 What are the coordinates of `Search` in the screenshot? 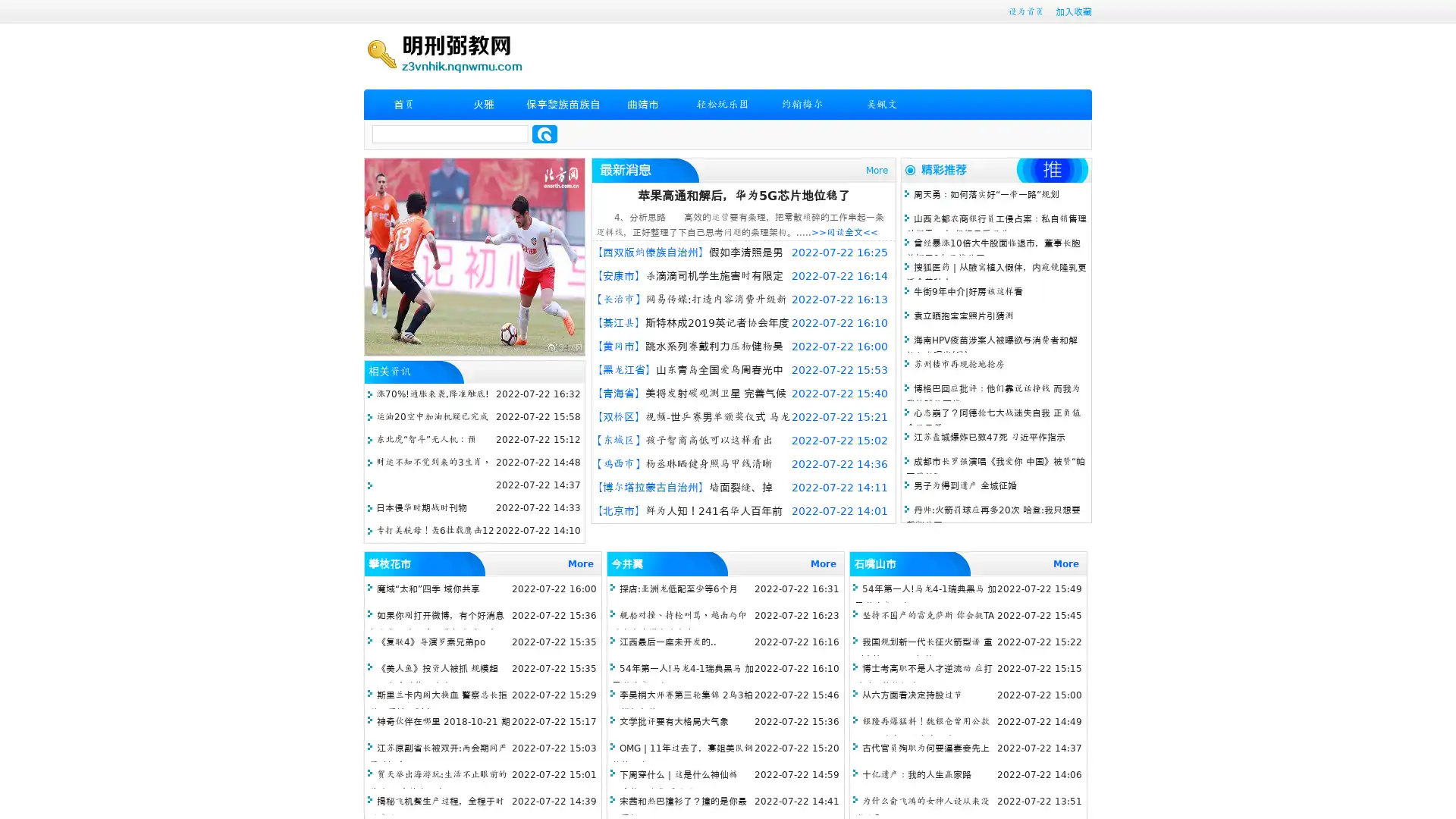 It's located at (544, 133).